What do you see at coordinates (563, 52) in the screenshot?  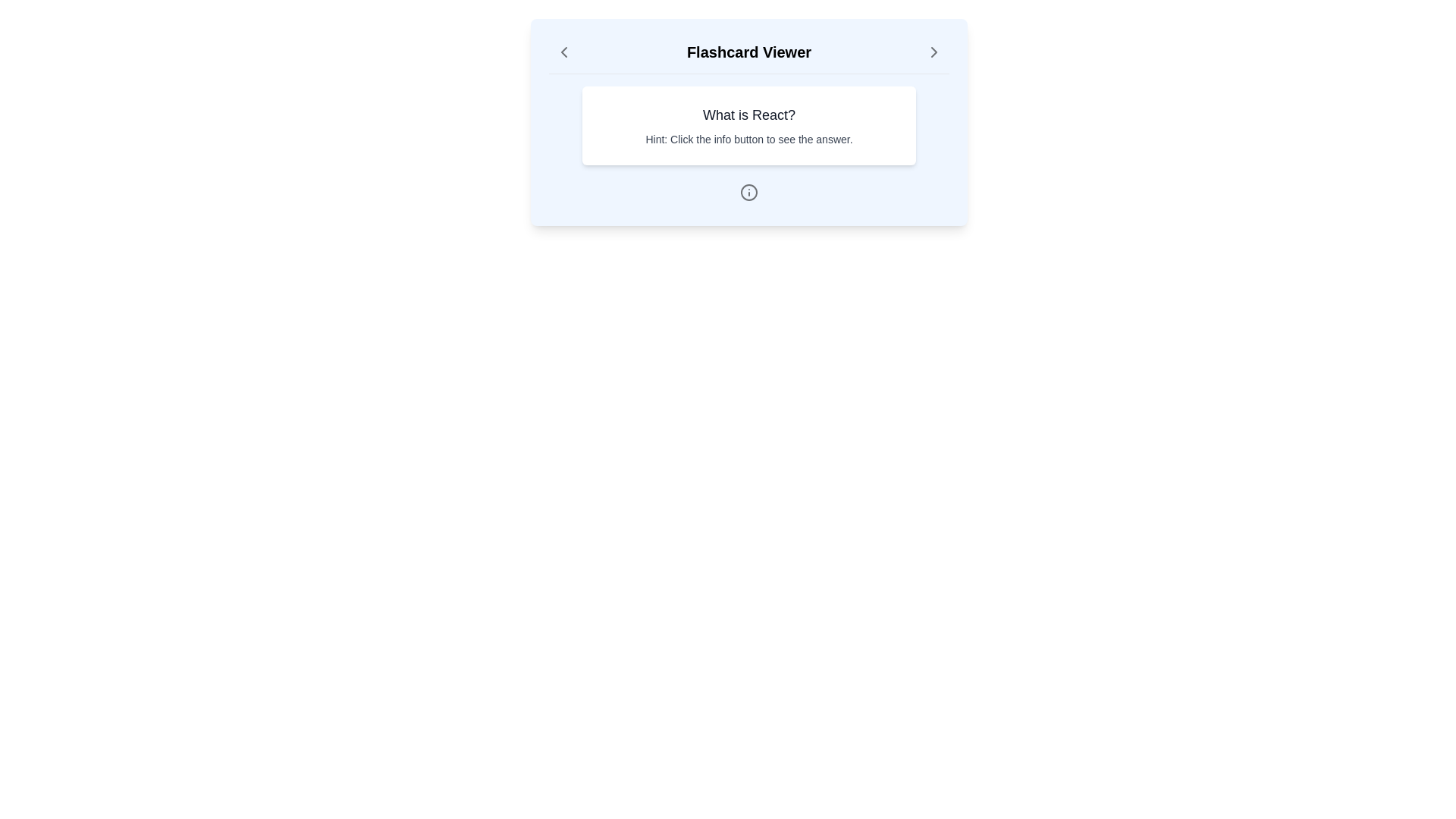 I see `the back navigation button icon located at the top left corner of the Flashcard Viewer` at bounding box center [563, 52].